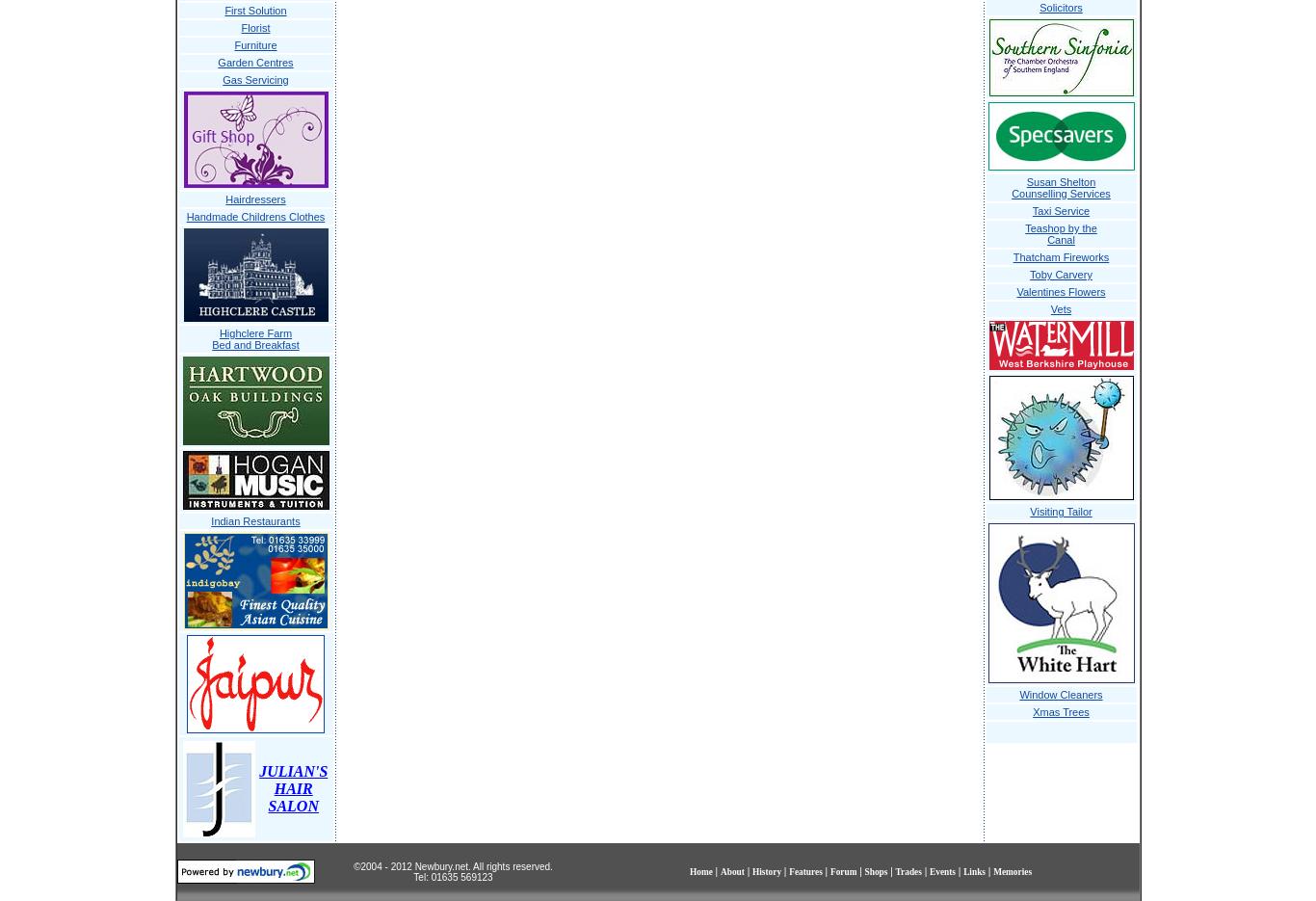 The height and width of the screenshot is (901, 1316). What do you see at coordinates (766, 871) in the screenshot?
I see `'History'` at bounding box center [766, 871].